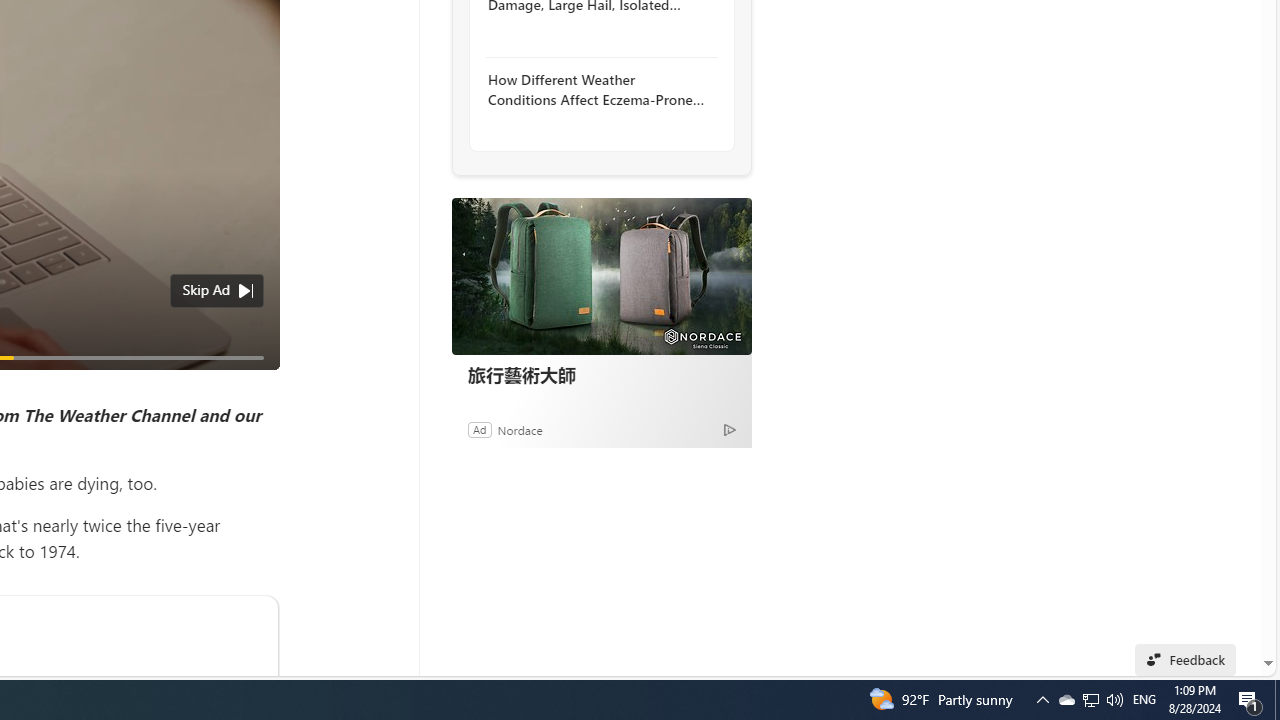  I want to click on 'Skip Ad', so click(206, 290).